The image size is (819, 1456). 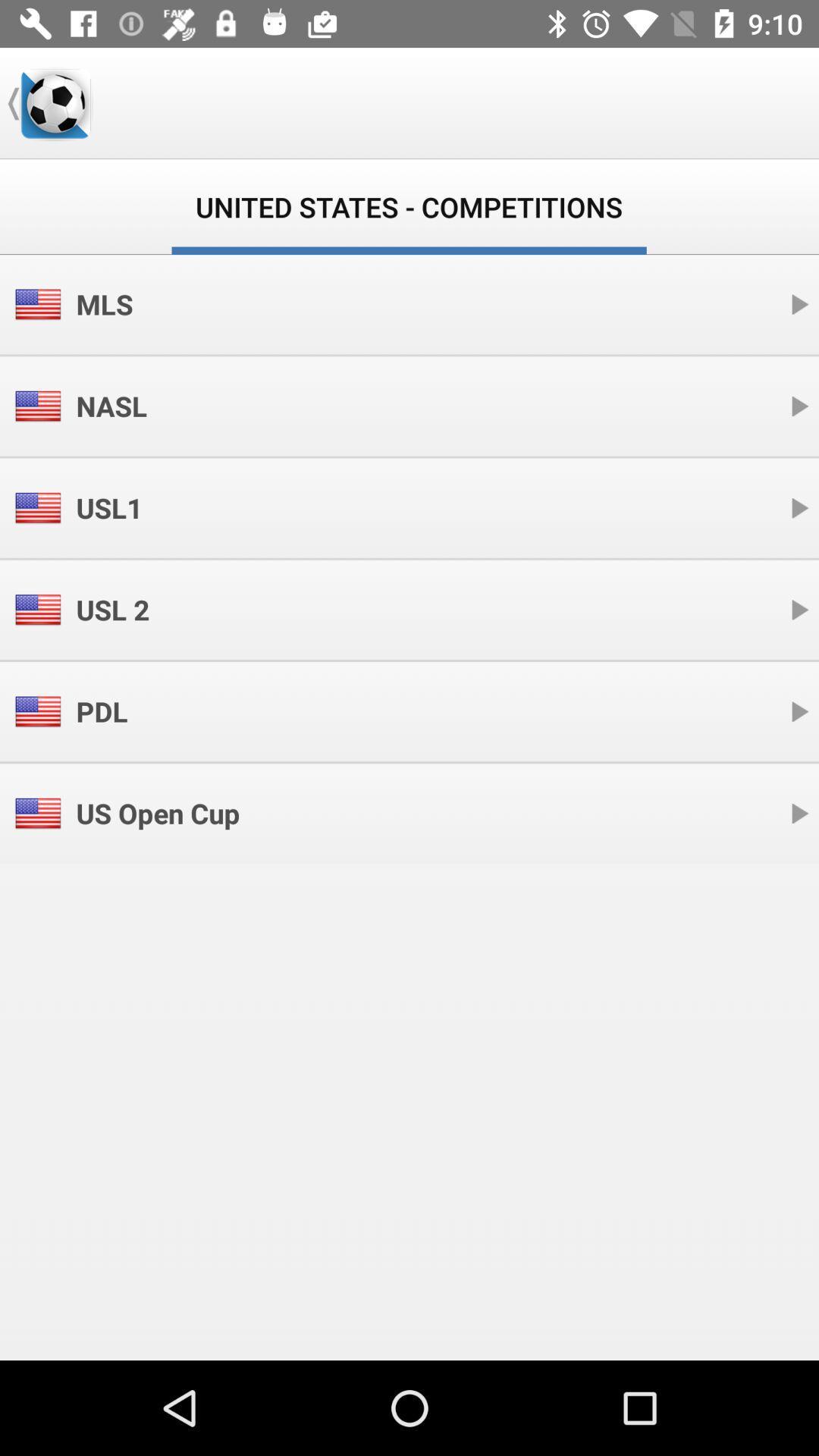 What do you see at coordinates (55, 102) in the screenshot?
I see `icon above the mls item` at bounding box center [55, 102].